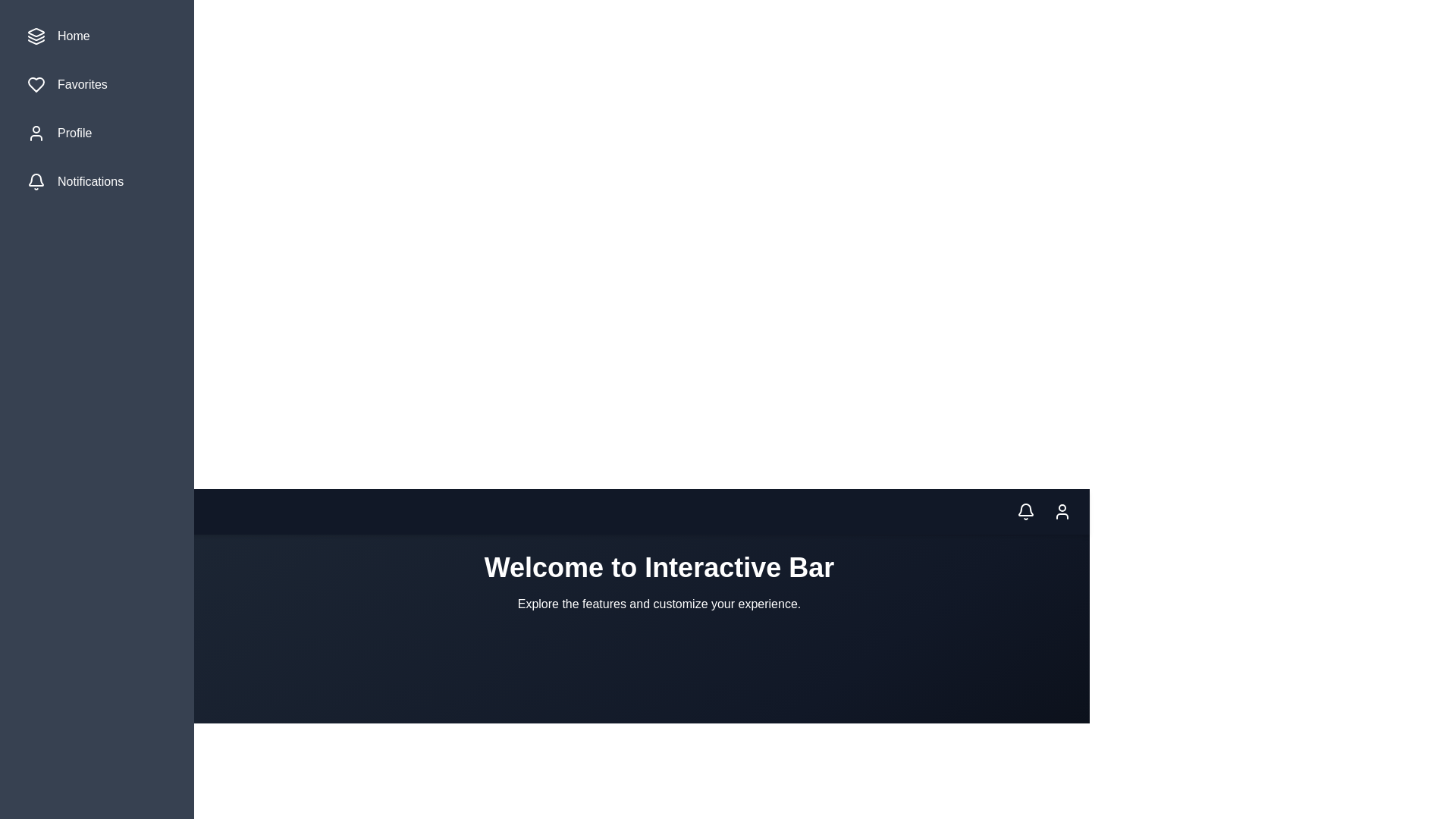 This screenshot has height=819, width=1456. I want to click on the menu item labeled Favorites, so click(96, 84).